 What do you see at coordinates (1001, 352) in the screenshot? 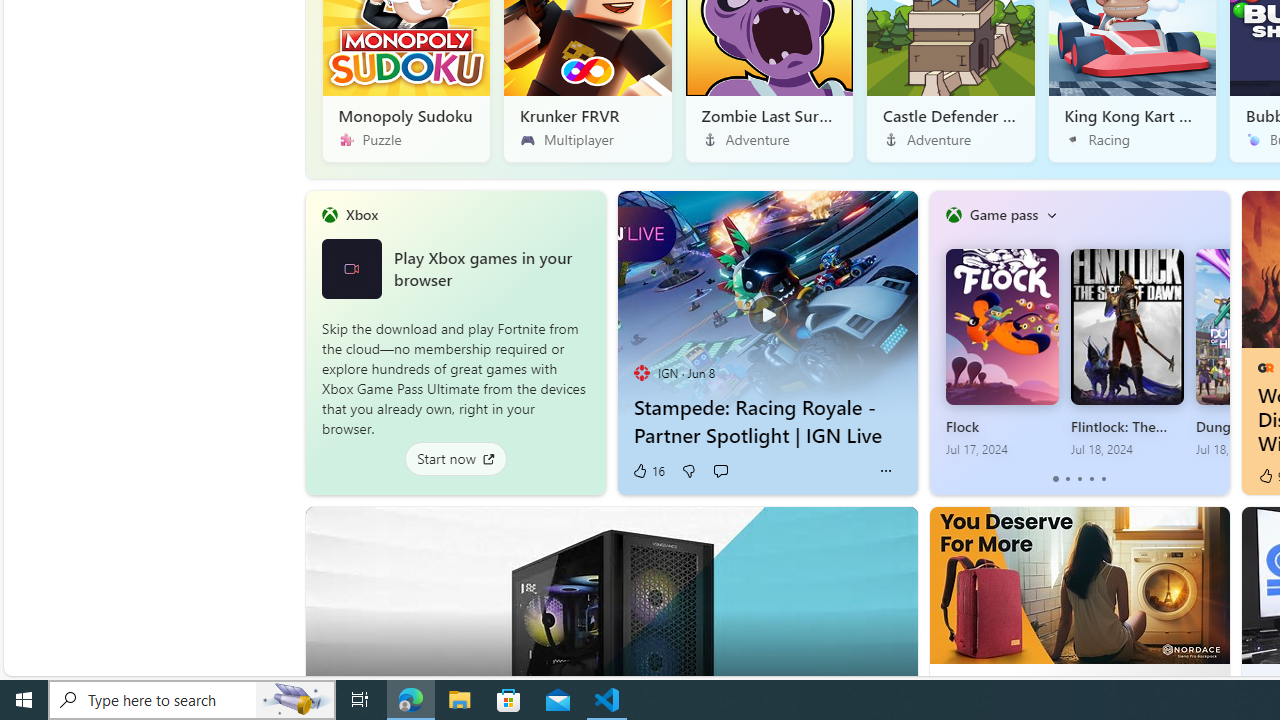
I see `'Flock Jul 17, 2024'` at bounding box center [1001, 352].